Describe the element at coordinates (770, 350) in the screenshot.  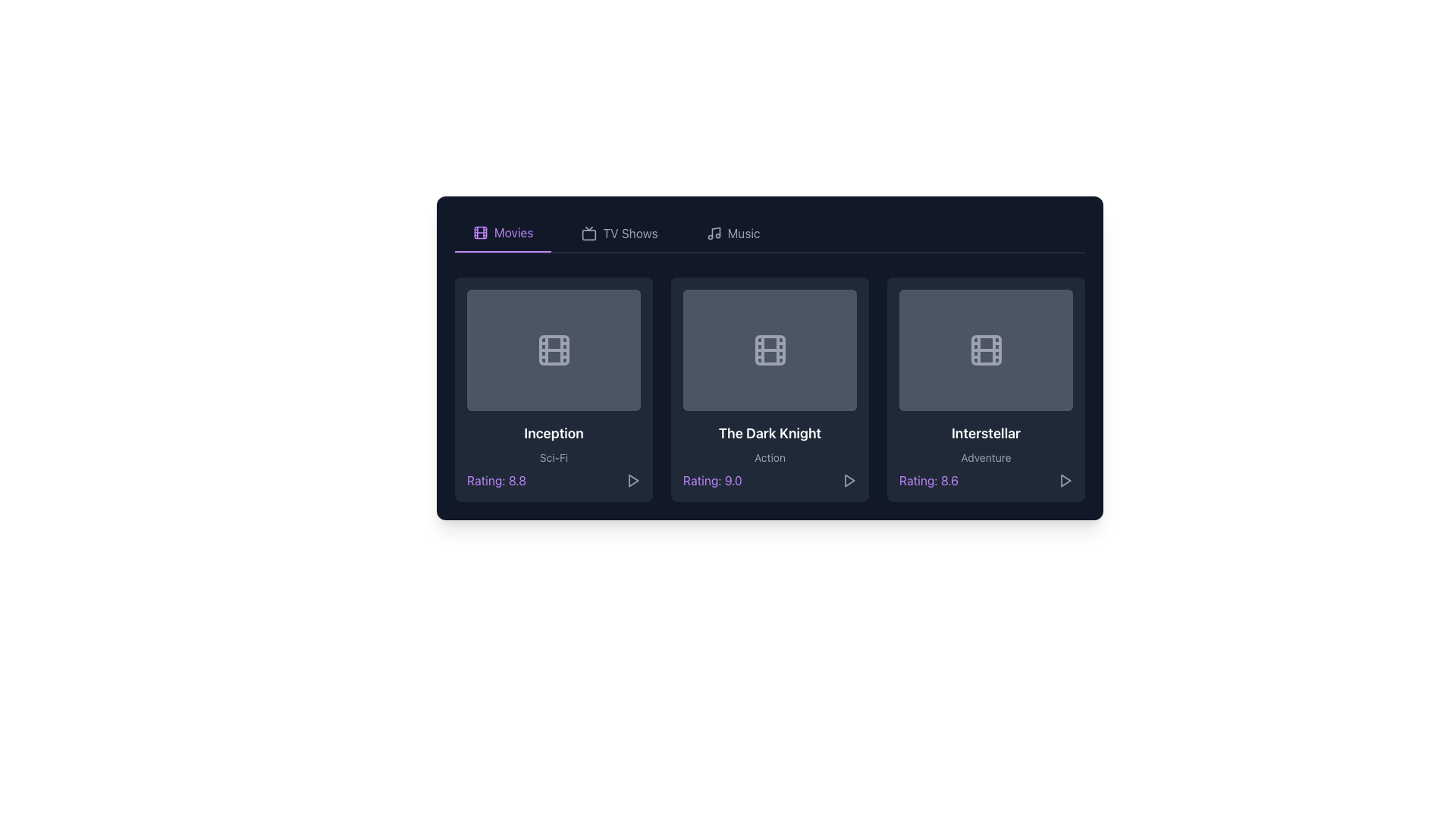
I see `the Decoration component (SVG rectangle) within the film reel icon for 'The Dark Knight', which is centrally positioned in the card` at that location.